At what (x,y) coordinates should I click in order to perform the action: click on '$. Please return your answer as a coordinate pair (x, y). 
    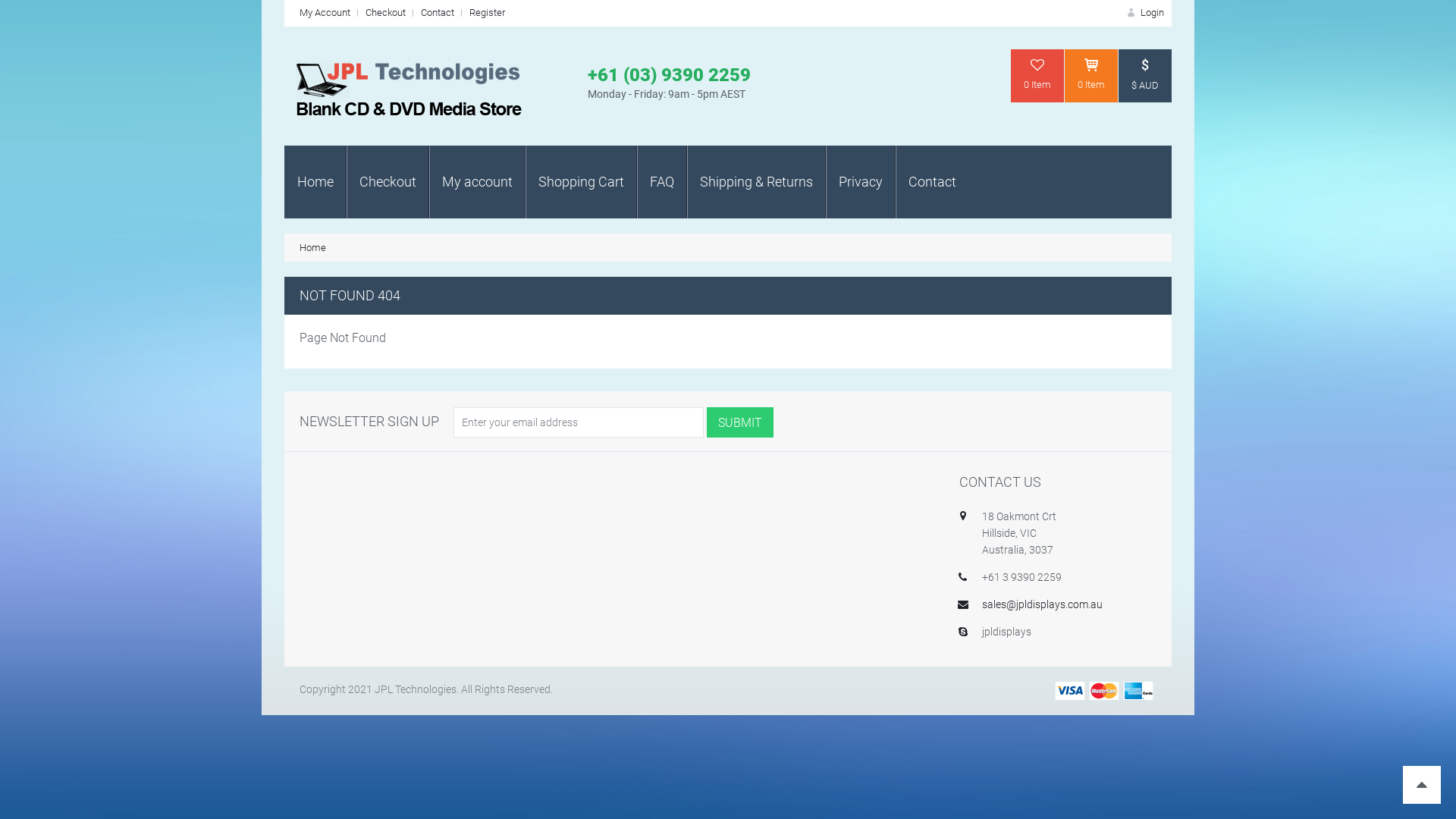
    Looking at the image, I should click on (1145, 76).